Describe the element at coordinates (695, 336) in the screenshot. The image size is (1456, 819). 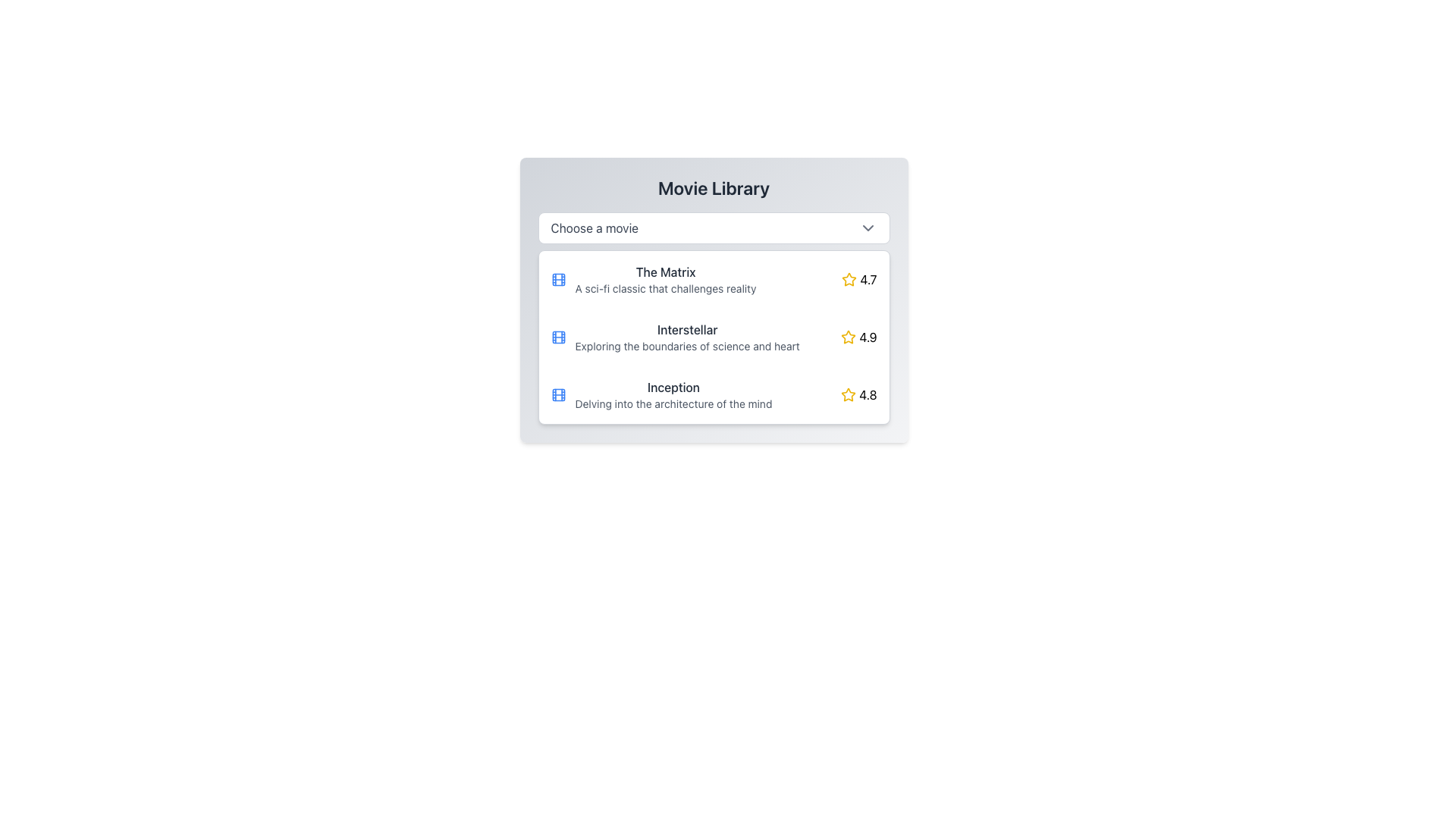
I see `the 'Interstellar' text label to focus on its description, which is the second item in the movie list, located below 'The Matrix' and above 'Inception'` at that location.